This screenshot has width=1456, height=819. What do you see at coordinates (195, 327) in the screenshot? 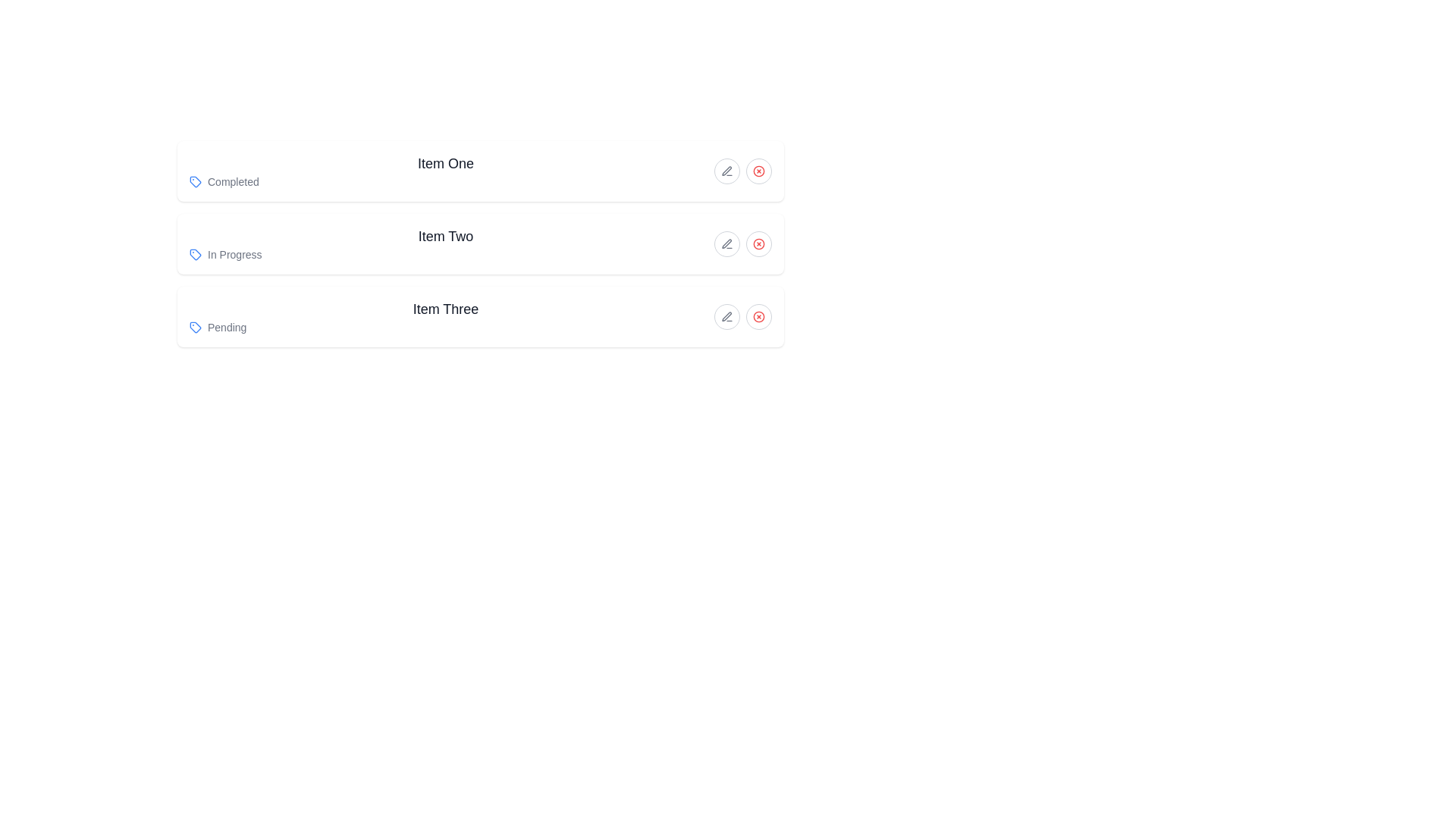
I see `the small tag icon with a blue outline located to the left of the 'Pending' label in the third row of the list` at bounding box center [195, 327].